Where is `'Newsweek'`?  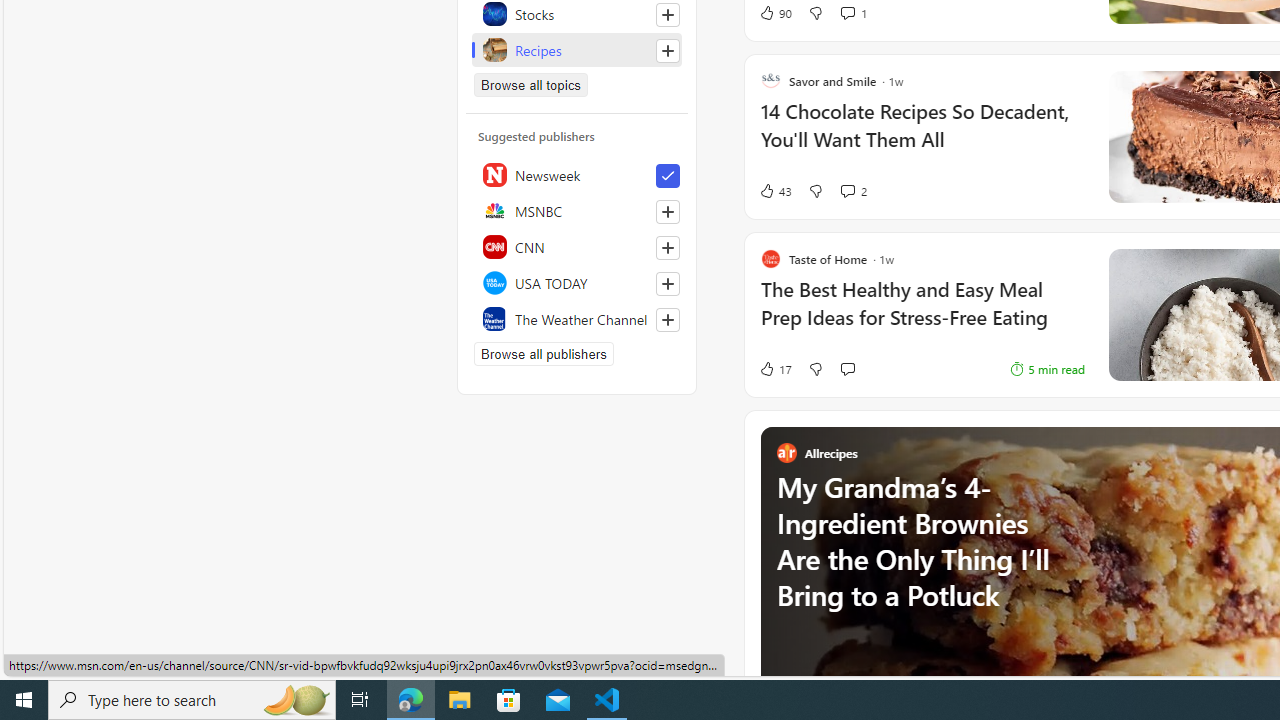
'Newsweek' is located at coordinates (576, 173).